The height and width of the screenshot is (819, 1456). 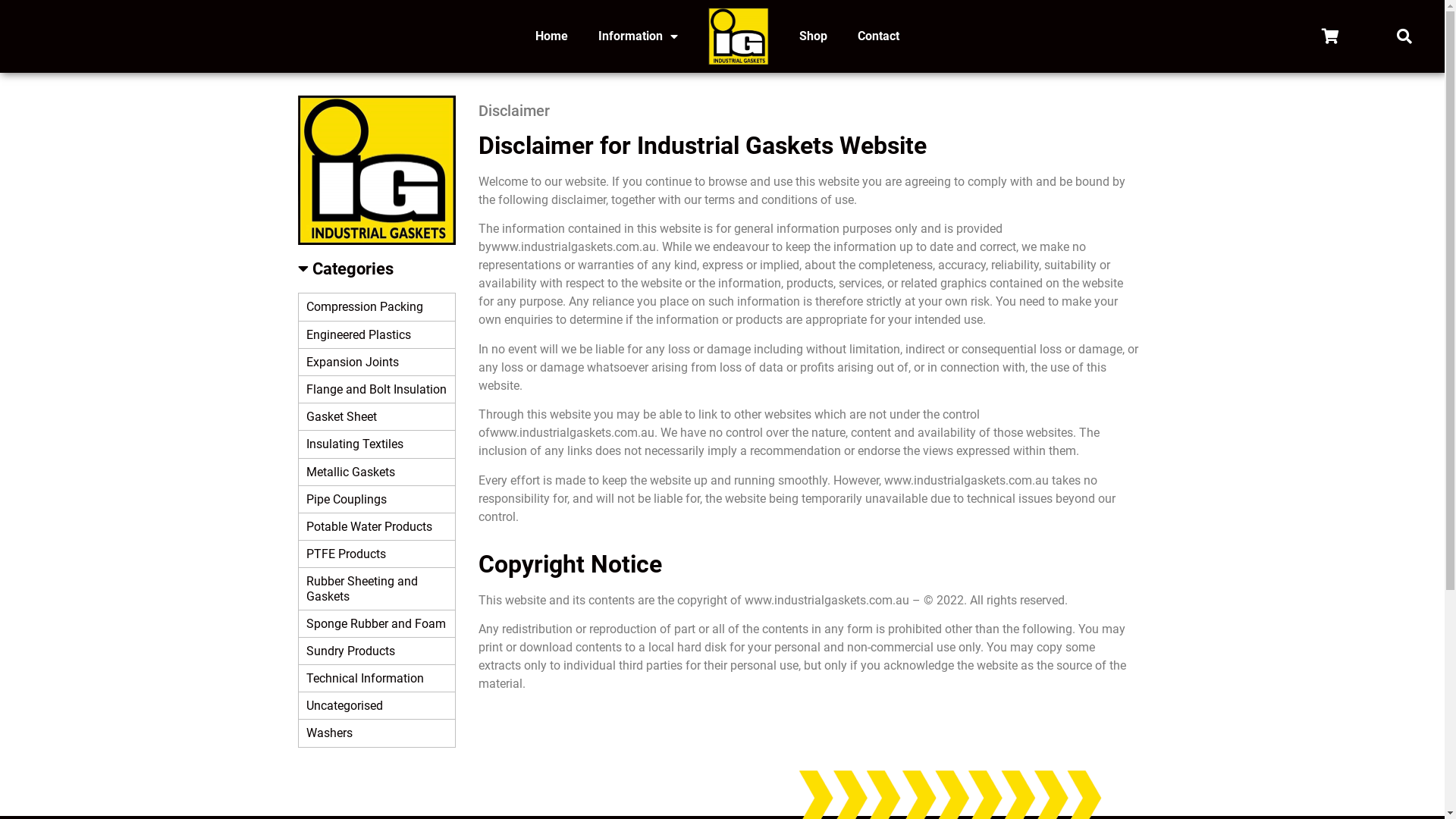 What do you see at coordinates (377, 500) in the screenshot?
I see `'Pipe Couplings'` at bounding box center [377, 500].